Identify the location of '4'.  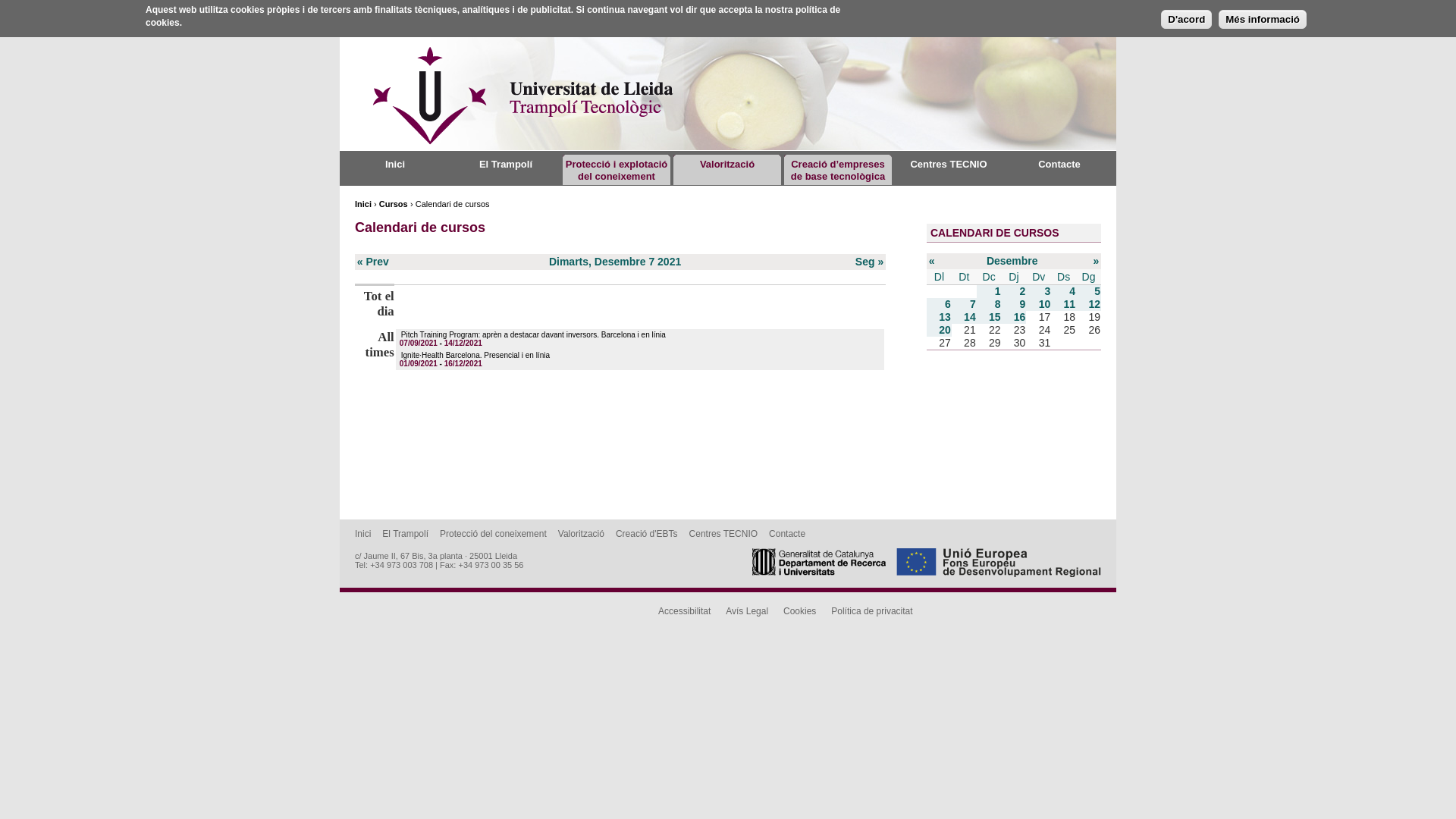
(1068, 291).